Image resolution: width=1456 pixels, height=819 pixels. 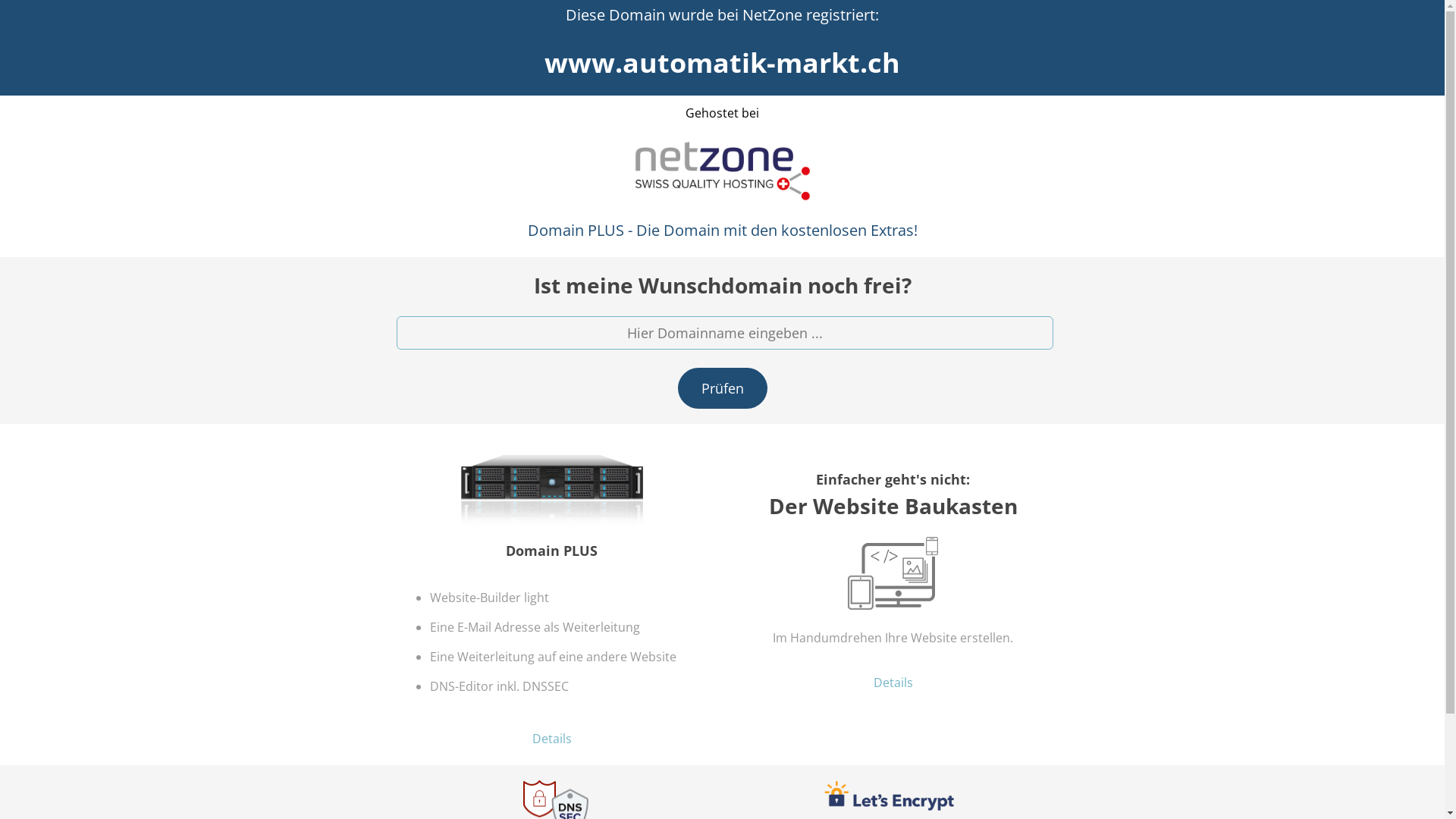 I want to click on 'NetZone AG', so click(x=630, y=171).